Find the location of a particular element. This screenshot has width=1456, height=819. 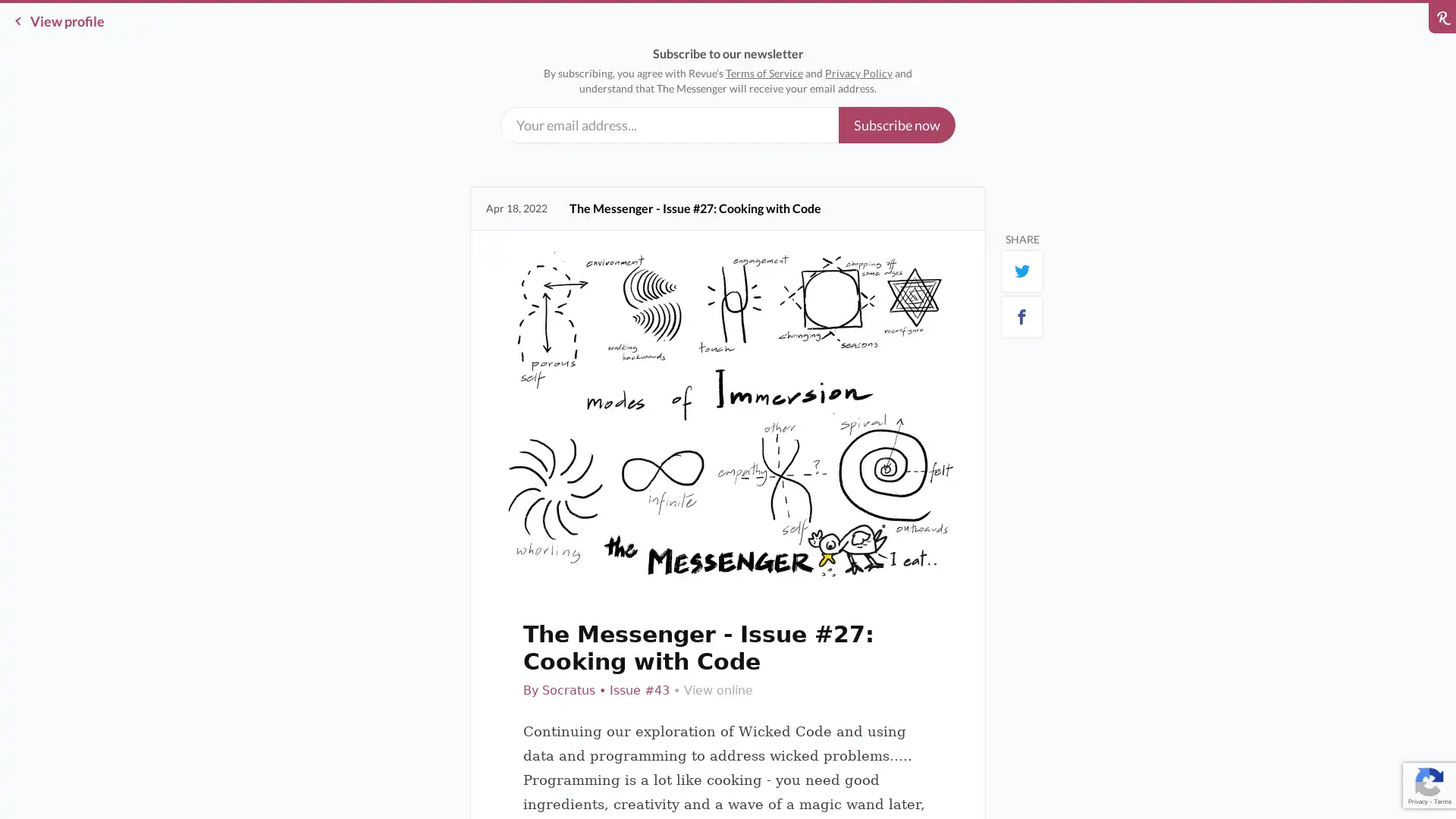

Subscribe now is located at coordinates (896, 124).